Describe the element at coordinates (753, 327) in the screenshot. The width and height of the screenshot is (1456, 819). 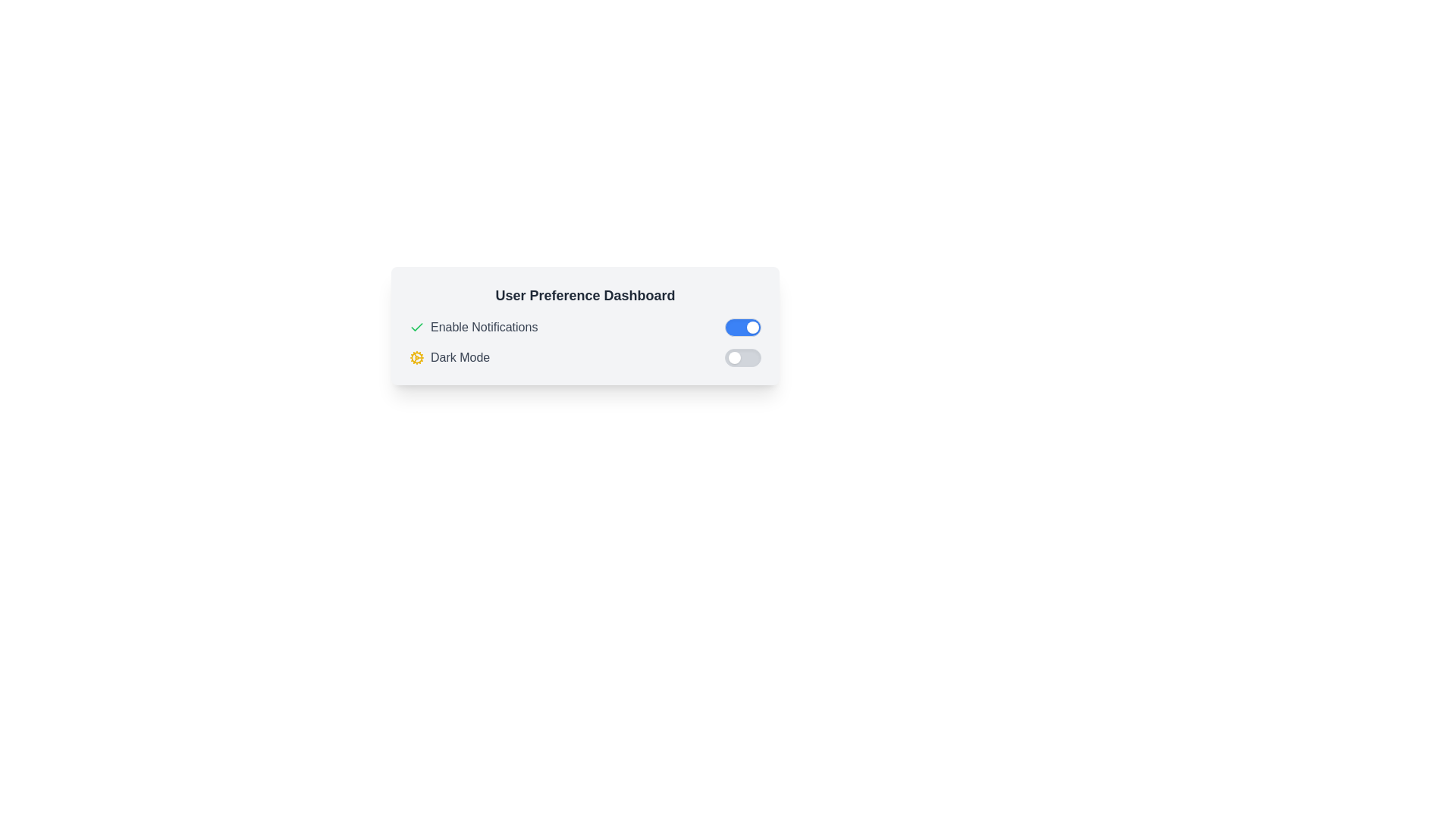
I see `the toggle switch handle for the 'Enable Notifications' setting, which is a small circular handle with a white background, located at the far-right of the toggle bar` at that location.